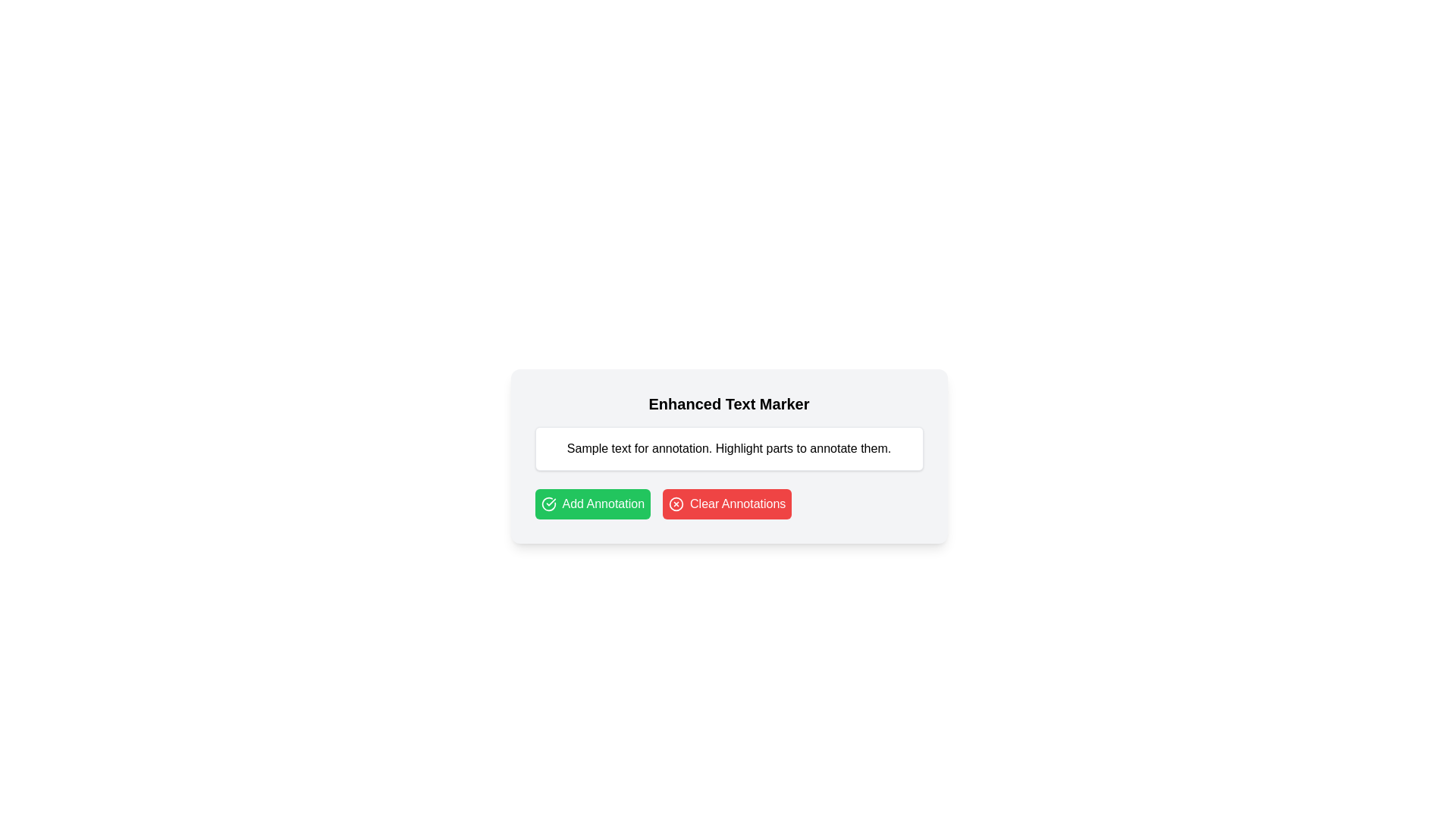 This screenshot has width=1456, height=819. What do you see at coordinates (808, 447) in the screenshot?
I see `the whitespace character located between the words 'to' and 'annotate' within the text box that reads 'Sample text for annotation. Highlight parts to annotate them.'` at bounding box center [808, 447].